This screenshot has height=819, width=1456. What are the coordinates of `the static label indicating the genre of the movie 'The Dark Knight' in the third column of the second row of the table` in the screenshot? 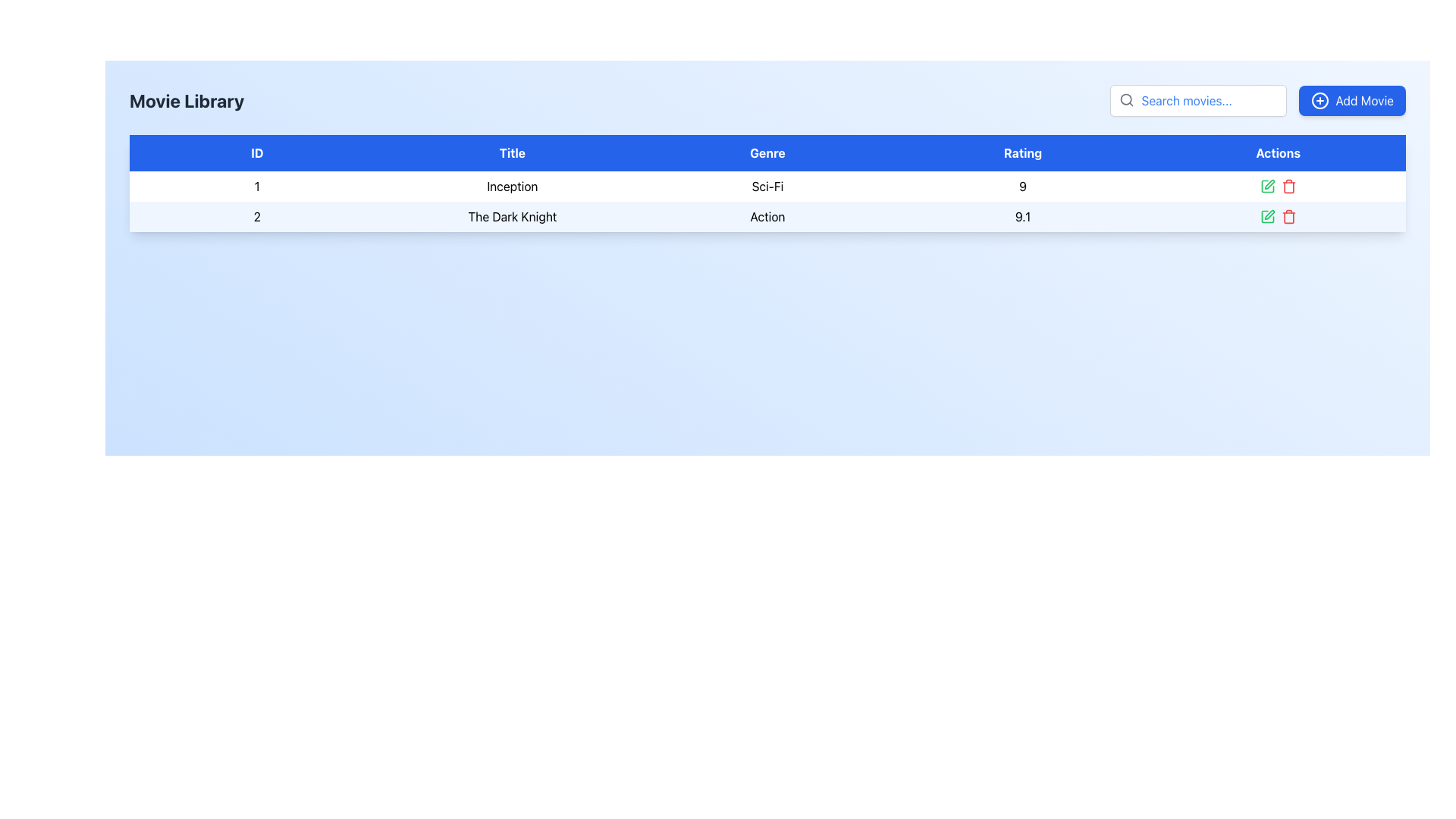 It's located at (767, 216).